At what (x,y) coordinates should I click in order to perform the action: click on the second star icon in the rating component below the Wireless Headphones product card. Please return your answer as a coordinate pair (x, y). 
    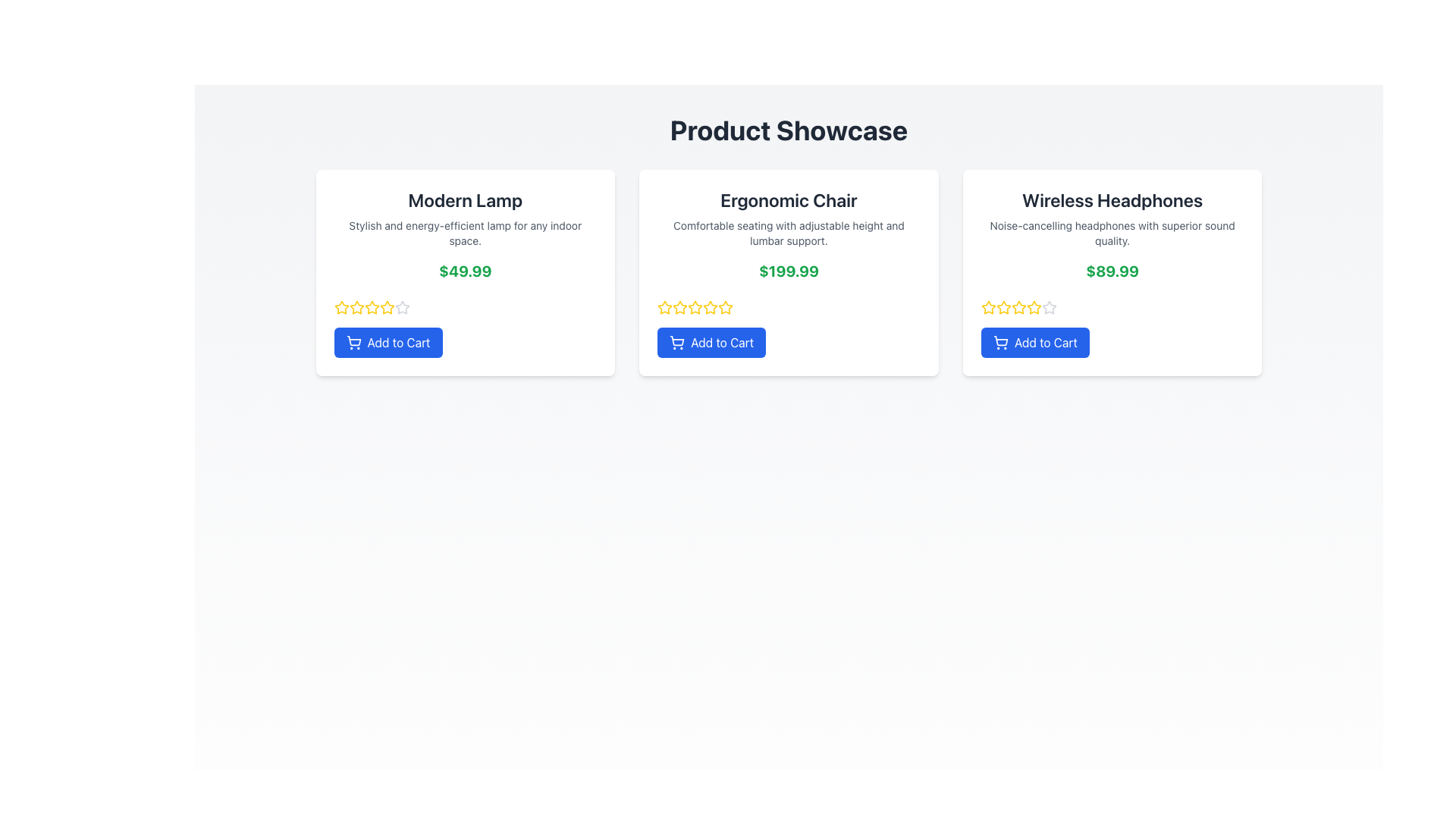
    Looking at the image, I should click on (1003, 307).